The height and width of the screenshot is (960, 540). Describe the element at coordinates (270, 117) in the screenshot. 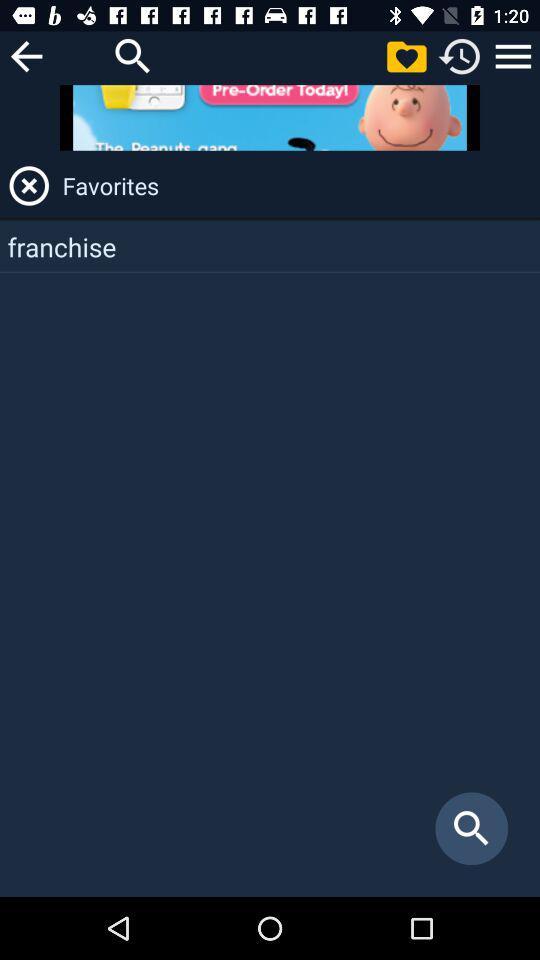

I see `advertisement` at that location.